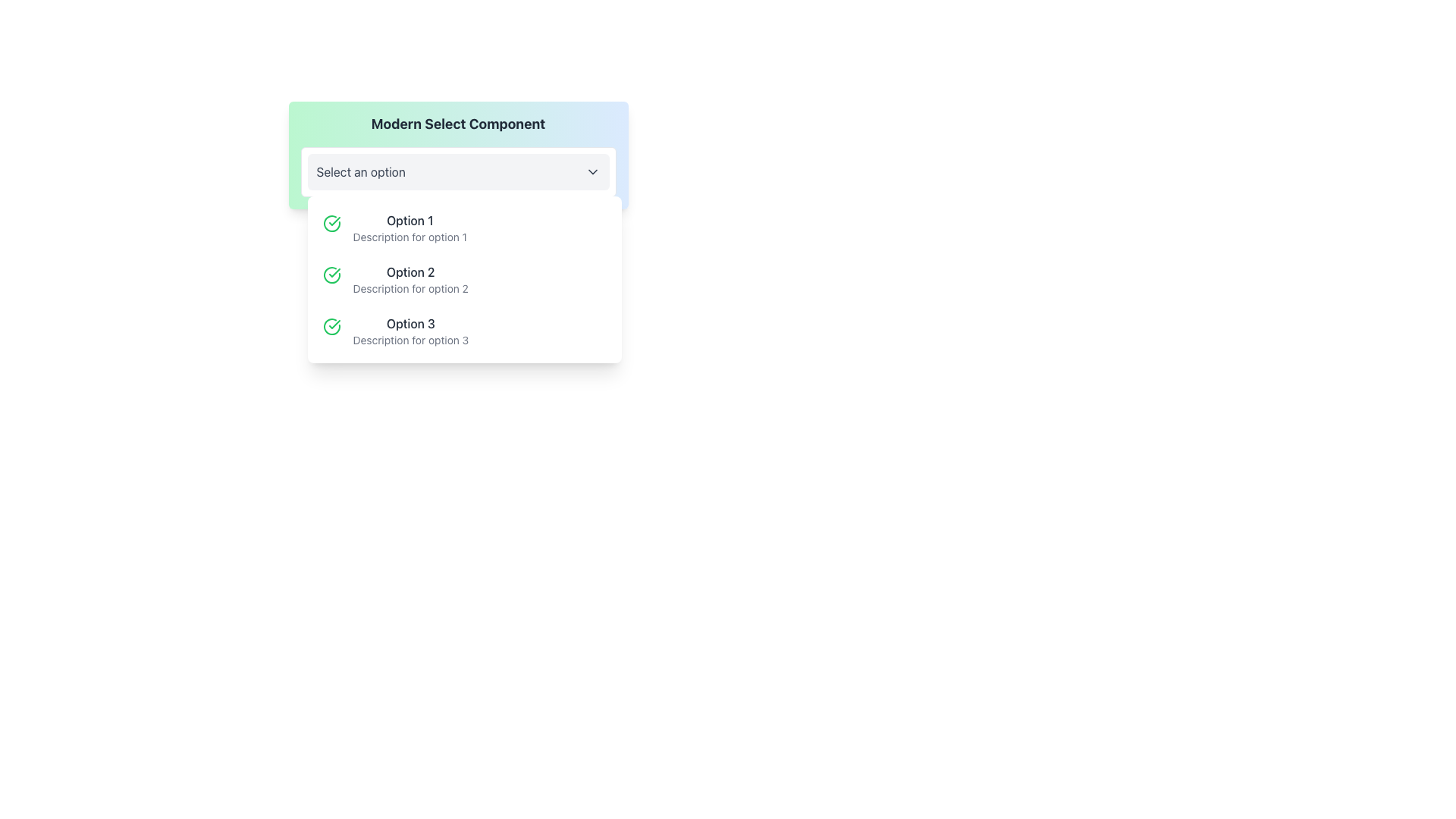 This screenshot has width=1456, height=819. Describe the element at coordinates (410, 330) in the screenshot. I see `the third option in the dropdown menu` at that location.